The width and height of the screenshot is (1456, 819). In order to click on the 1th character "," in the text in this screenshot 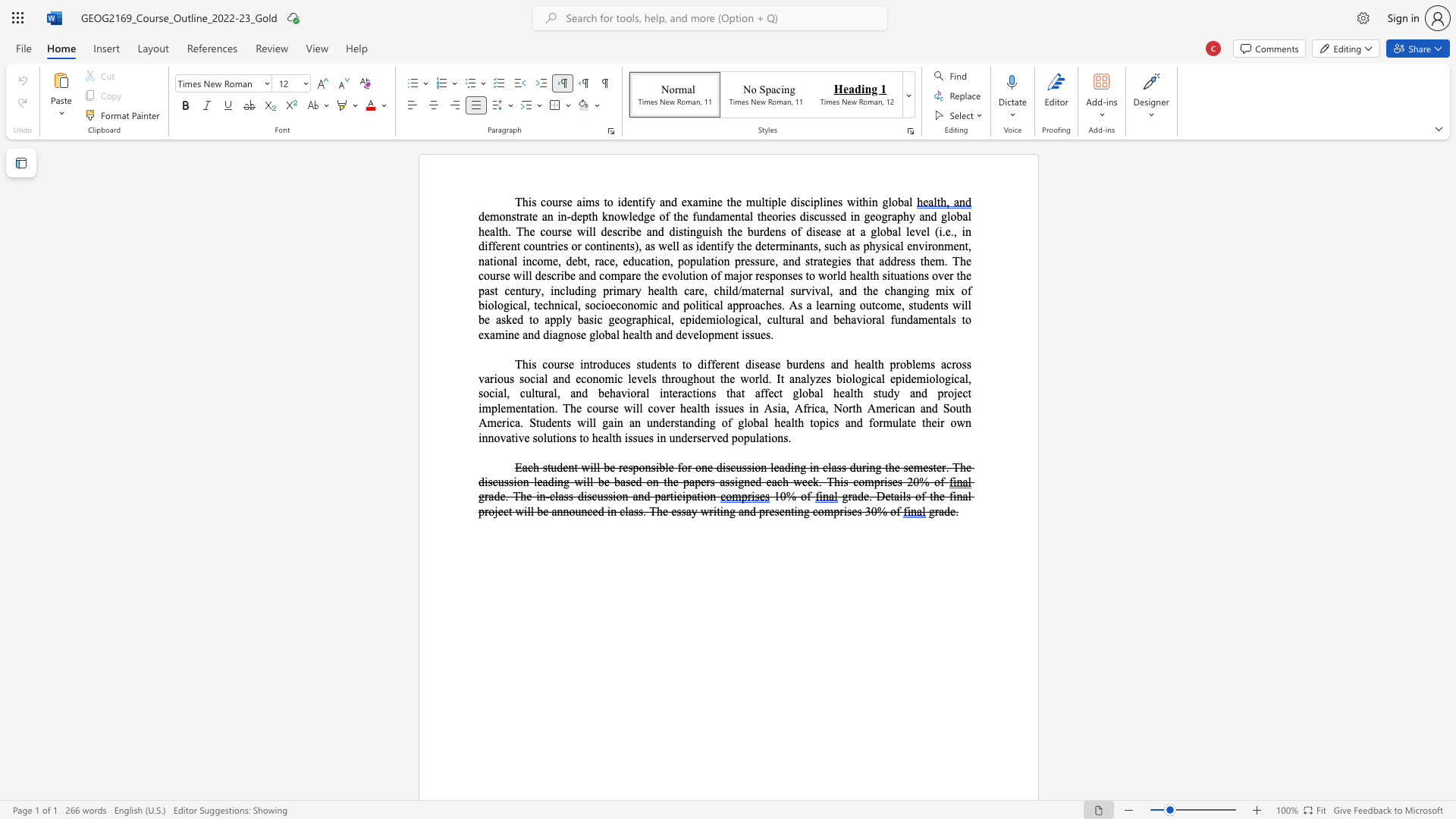, I will do `click(672, 318)`.